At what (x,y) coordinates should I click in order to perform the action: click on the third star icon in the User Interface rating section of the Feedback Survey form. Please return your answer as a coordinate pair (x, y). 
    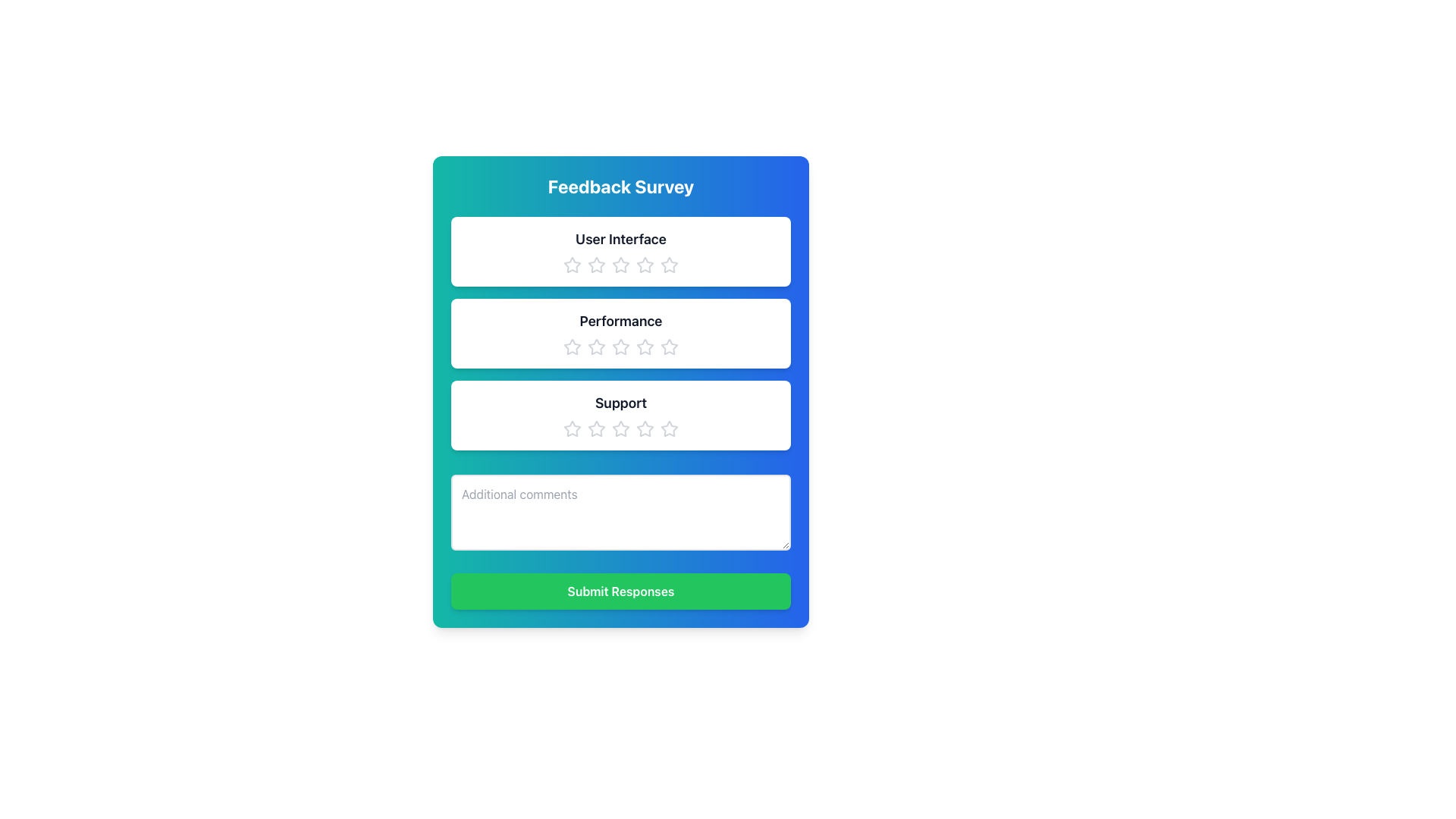
    Looking at the image, I should click on (621, 264).